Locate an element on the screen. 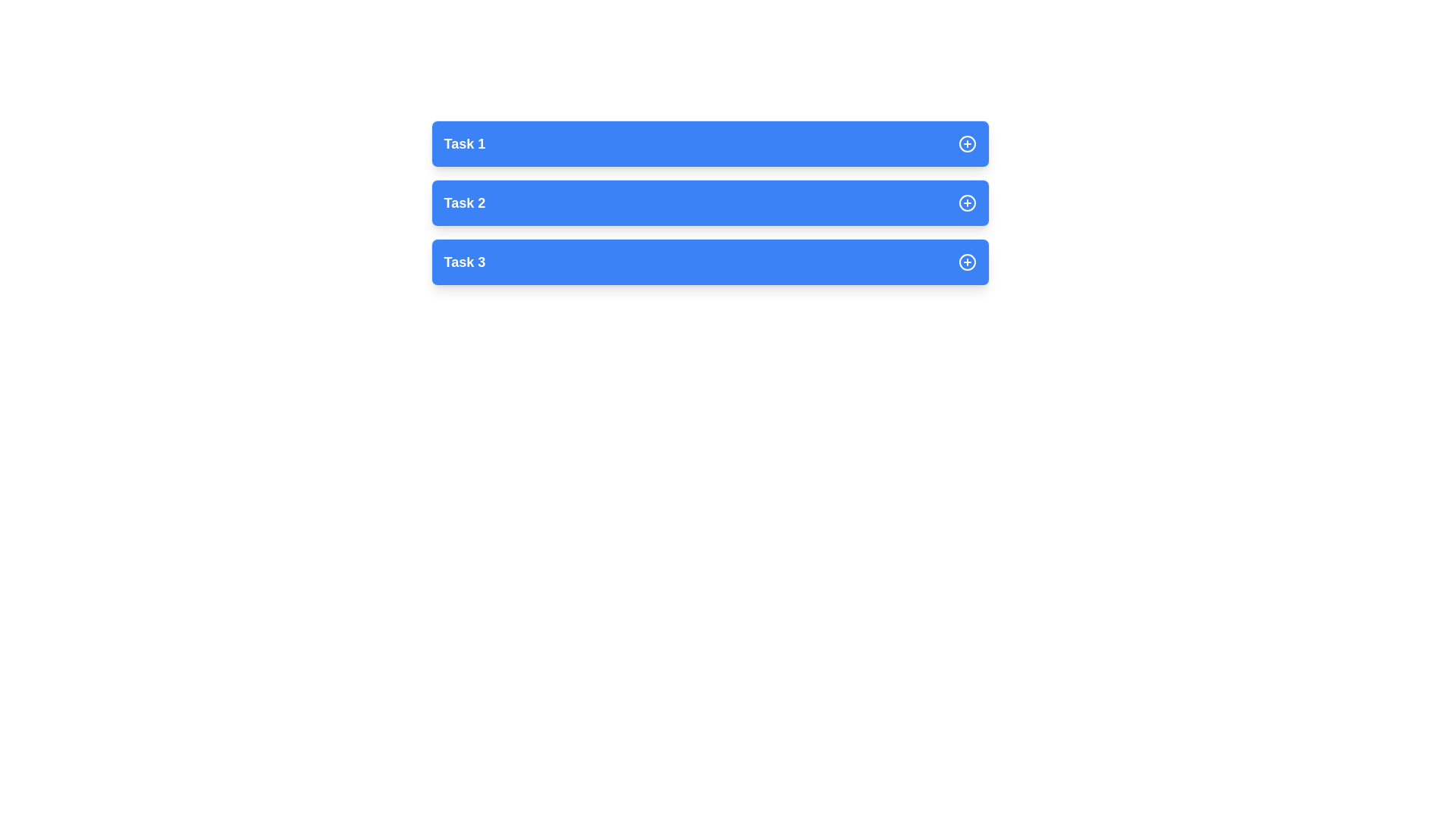  the inner circle icon located at the right end of the 'Task 1' bar in the vertical list of three blue horizontal bars is located at coordinates (966, 143).